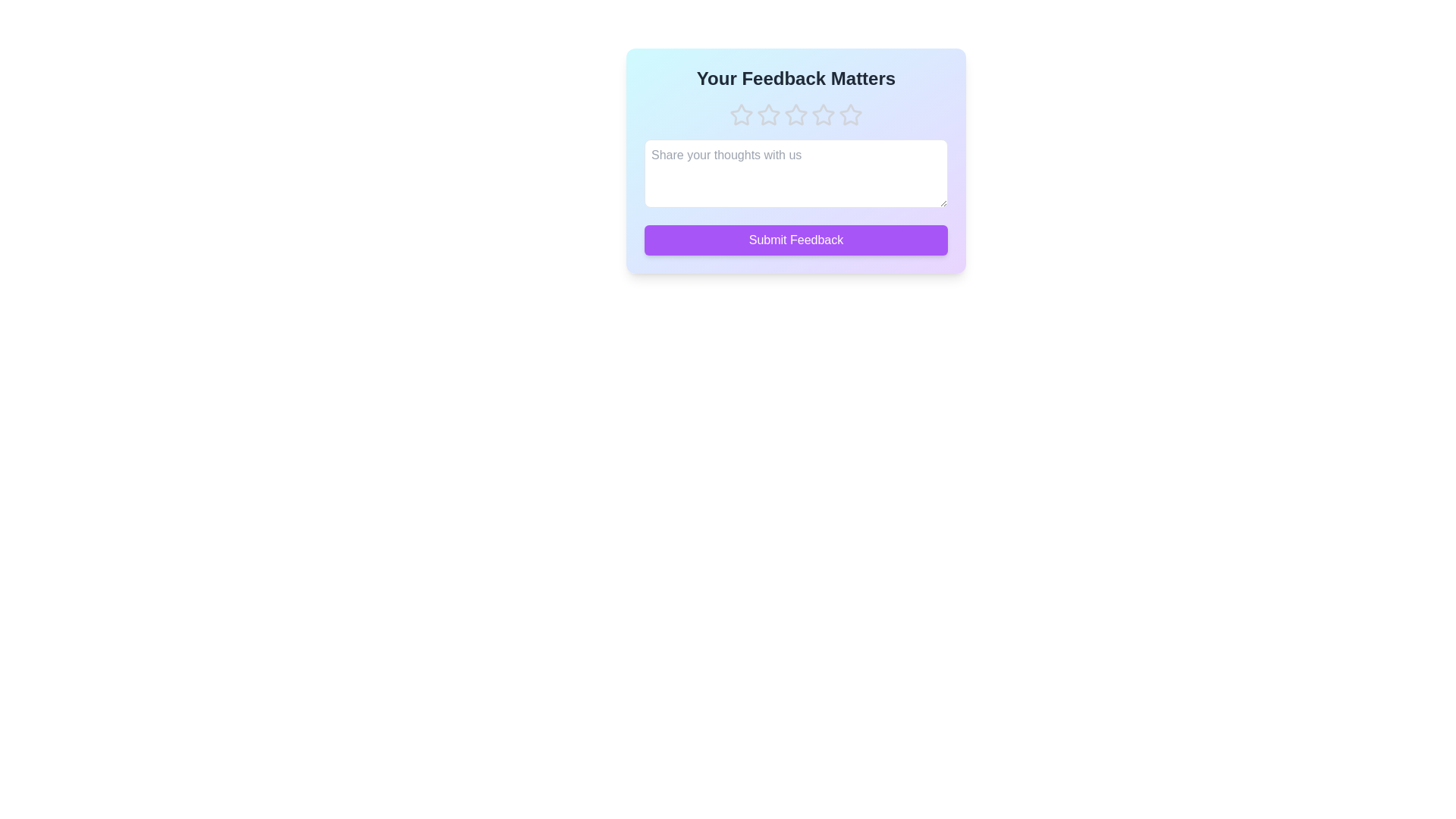 The height and width of the screenshot is (819, 1456). I want to click on the star corresponding to 4, so click(822, 114).